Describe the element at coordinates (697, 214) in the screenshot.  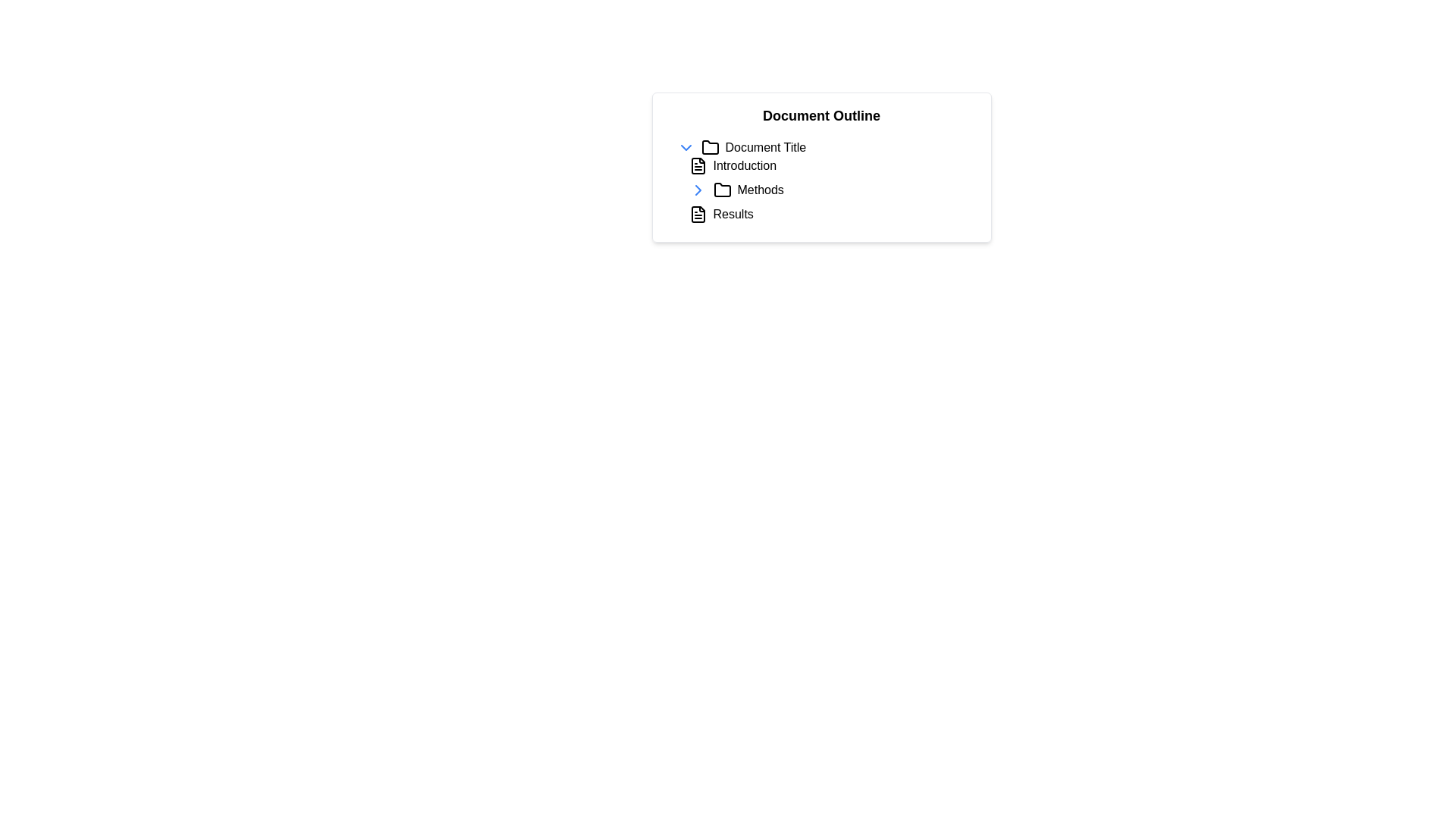
I see `the small document icon located to the left of the 'Results' label, which features a stroke-based design and current-color fill` at that location.